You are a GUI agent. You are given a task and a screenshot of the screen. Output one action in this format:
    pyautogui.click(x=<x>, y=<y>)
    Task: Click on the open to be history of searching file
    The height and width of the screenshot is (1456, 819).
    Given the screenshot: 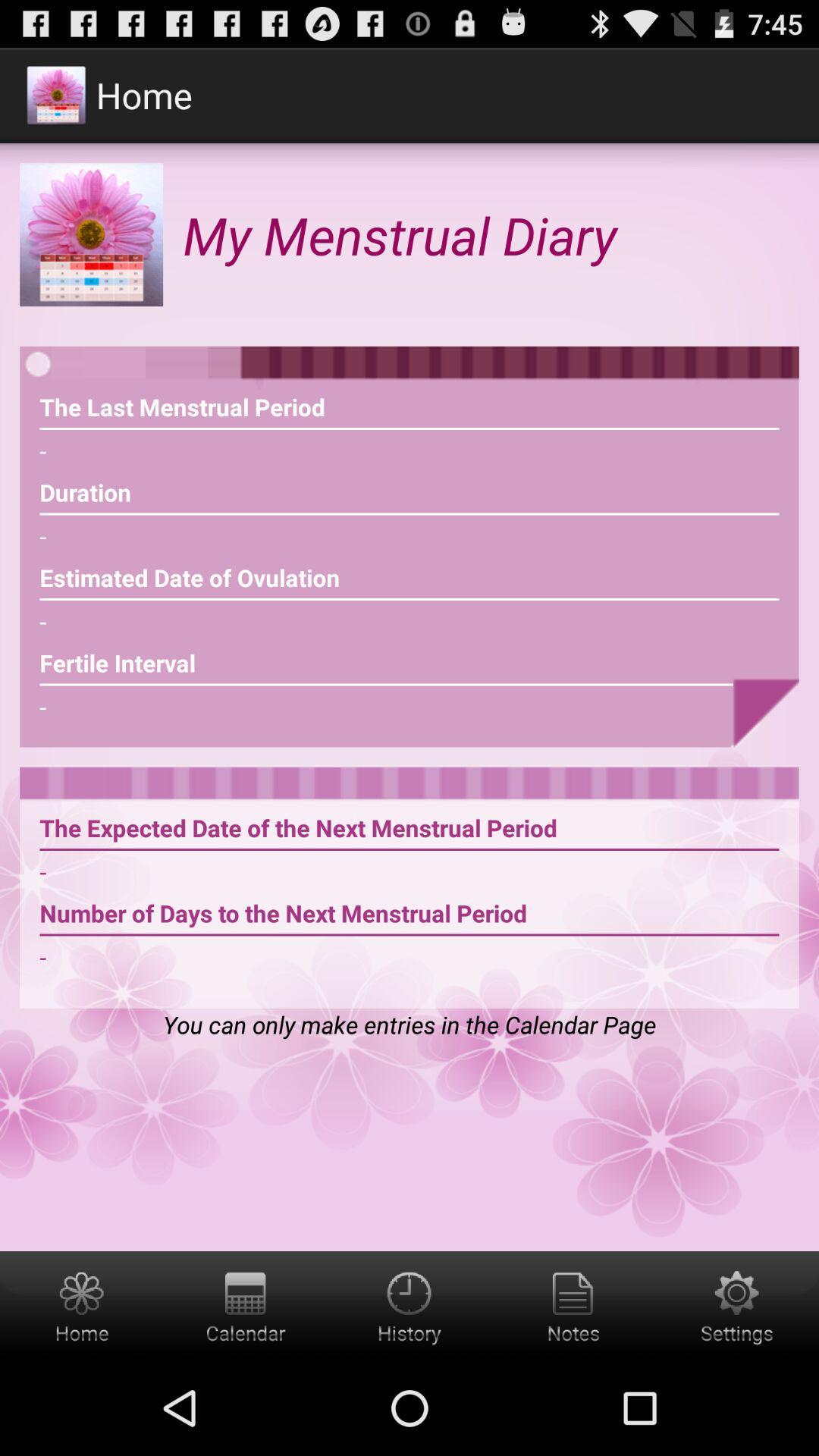 What is the action you would take?
    pyautogui.click(x=409, y=1305)
    